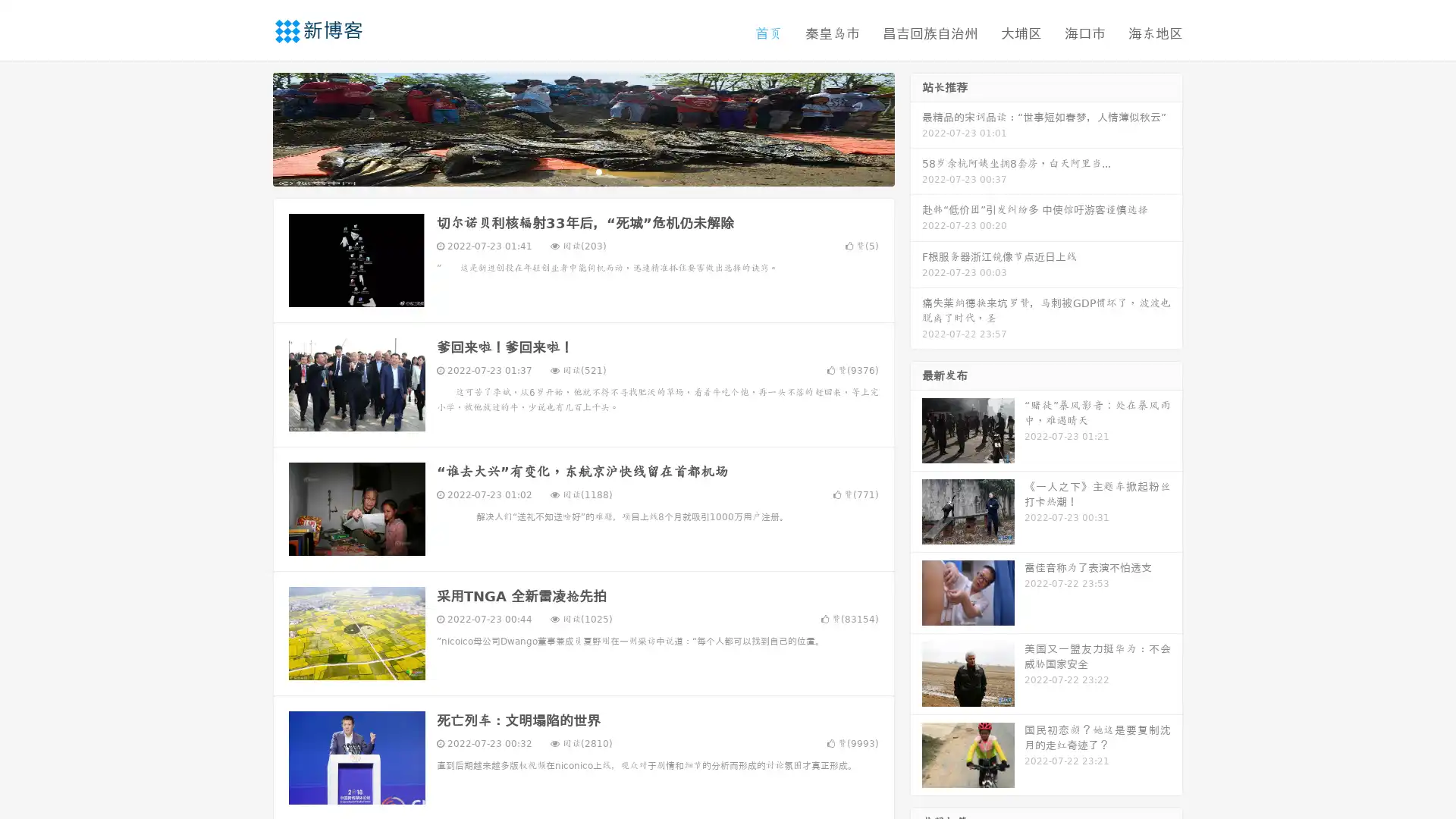 Image resolution: width=1456 pixels, height=819 pixels. What do you see at coordinates (598, 171) in the screenshot?
I see `Go to slide 3` at bounding box center [598, 171].